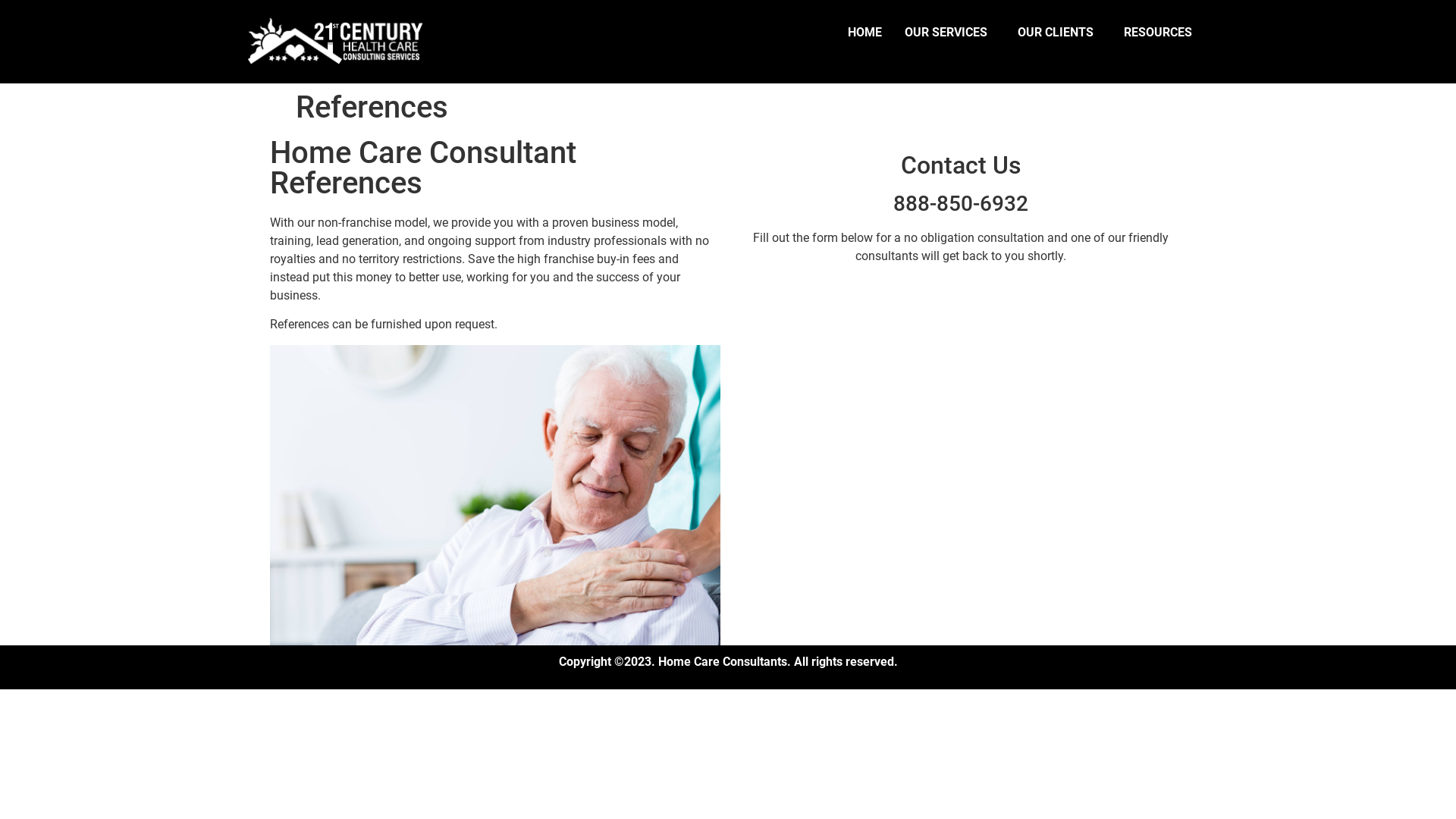 Image resolution: width=1456 pixels, height=819 pixels. I want to click on 'HOME', so click(864, 32).